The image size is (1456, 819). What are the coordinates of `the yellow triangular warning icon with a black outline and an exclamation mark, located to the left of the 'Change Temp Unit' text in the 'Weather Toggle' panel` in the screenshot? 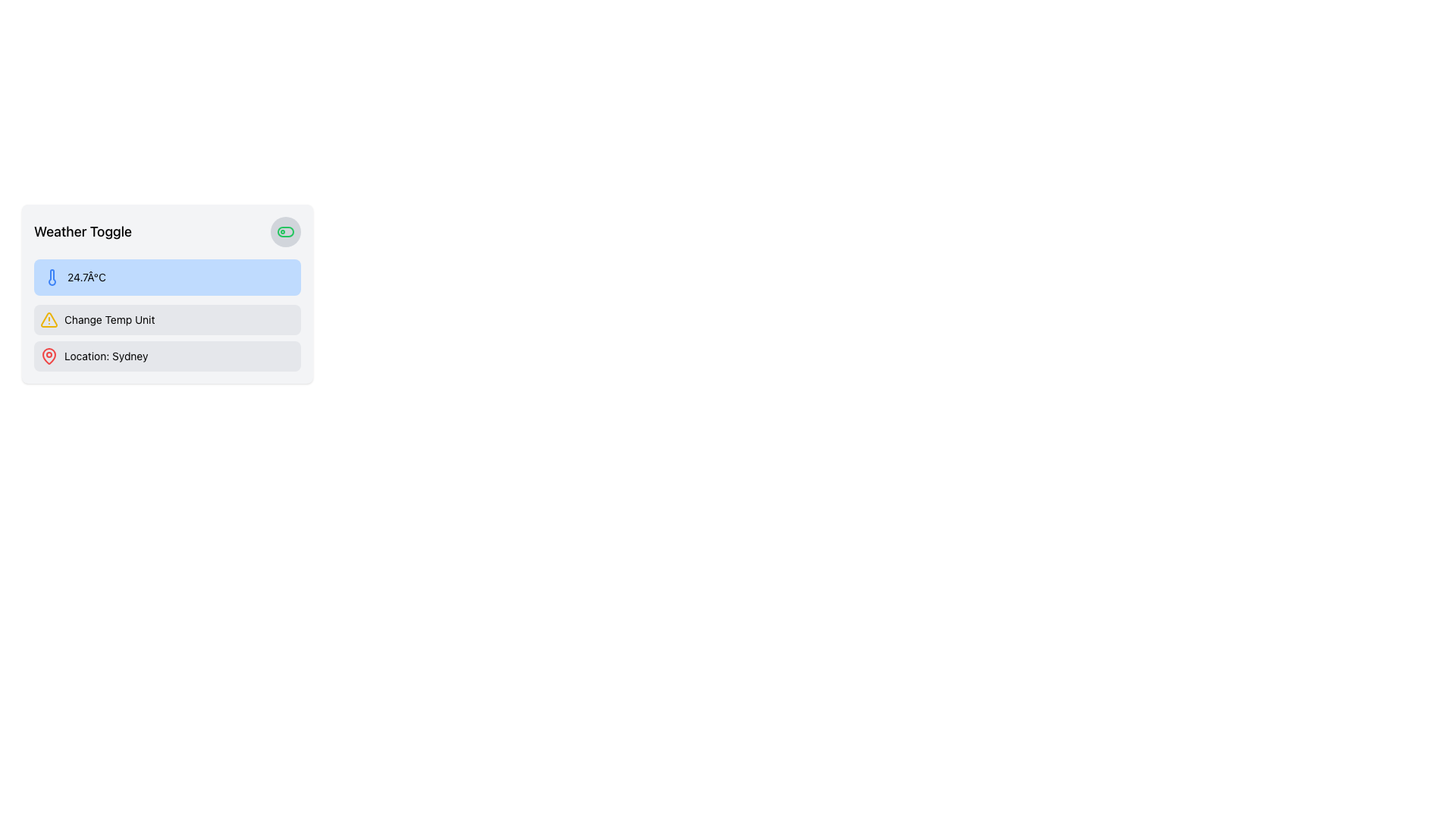 It's located at (49, 318).